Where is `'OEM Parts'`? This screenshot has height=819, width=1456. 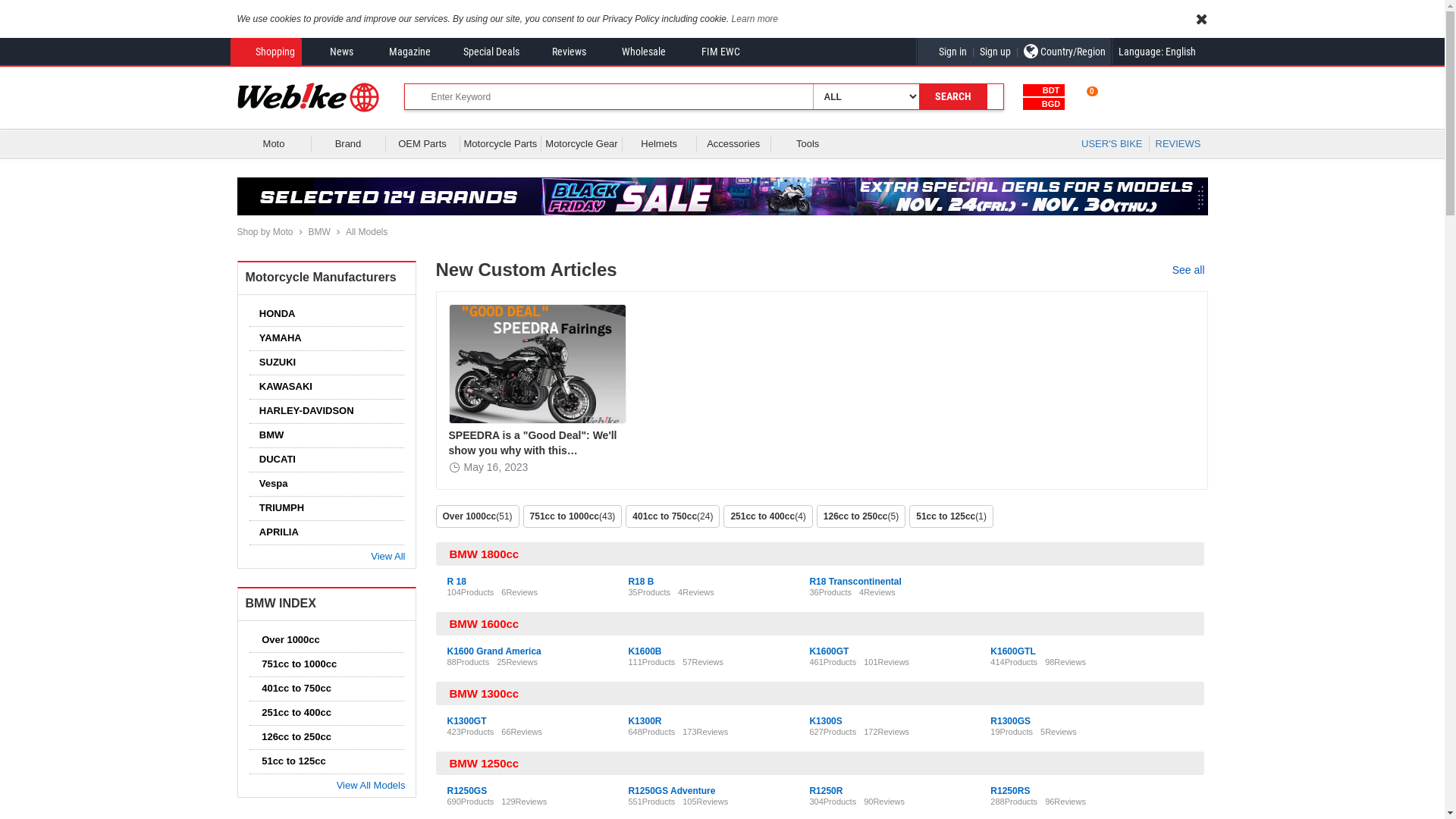
'OEM Parts' is located at coordinates (422, 143).